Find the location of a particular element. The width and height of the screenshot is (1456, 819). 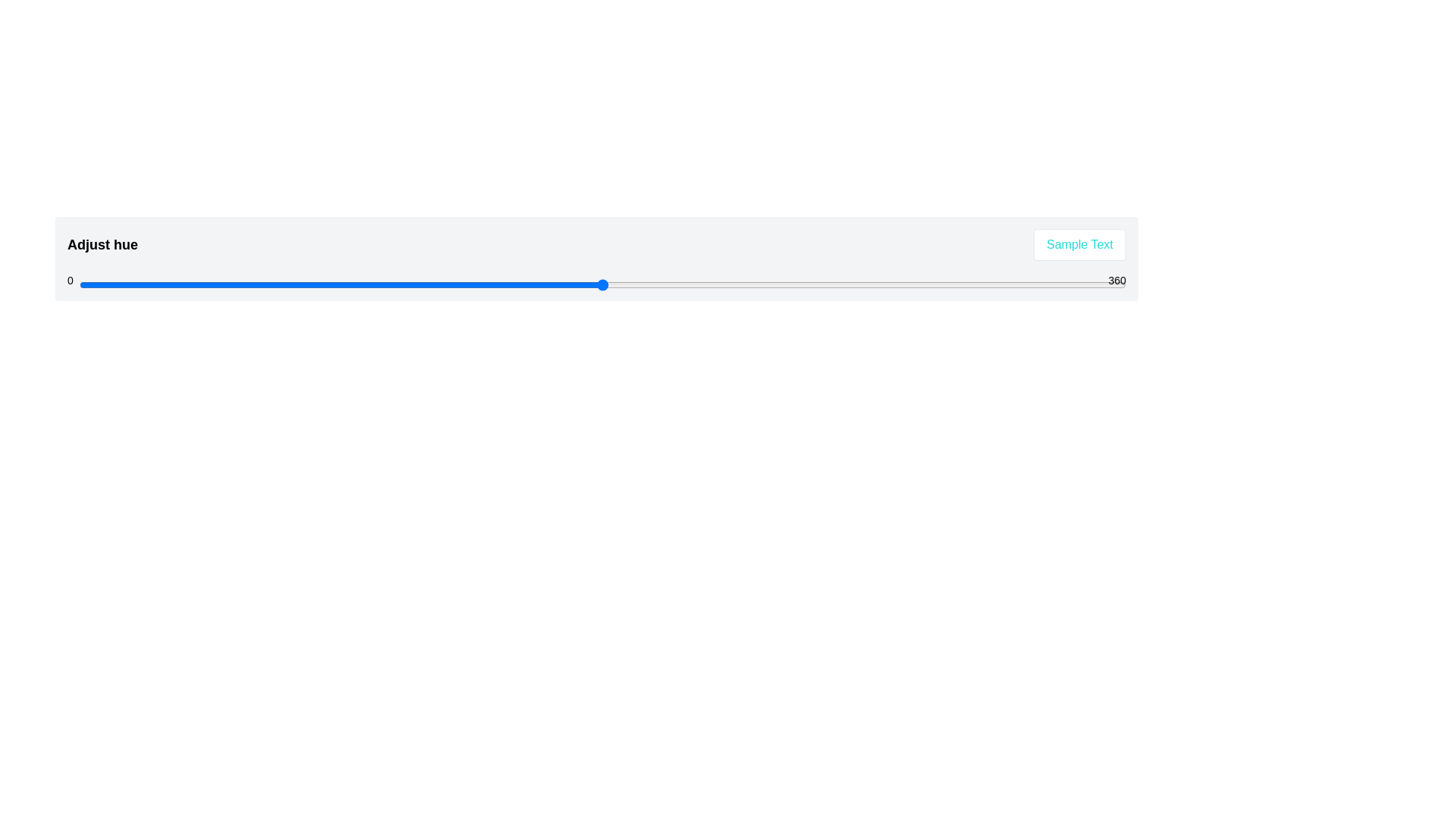

the hue slider to set the hue value to 50 is located at coordinates (224, 284).